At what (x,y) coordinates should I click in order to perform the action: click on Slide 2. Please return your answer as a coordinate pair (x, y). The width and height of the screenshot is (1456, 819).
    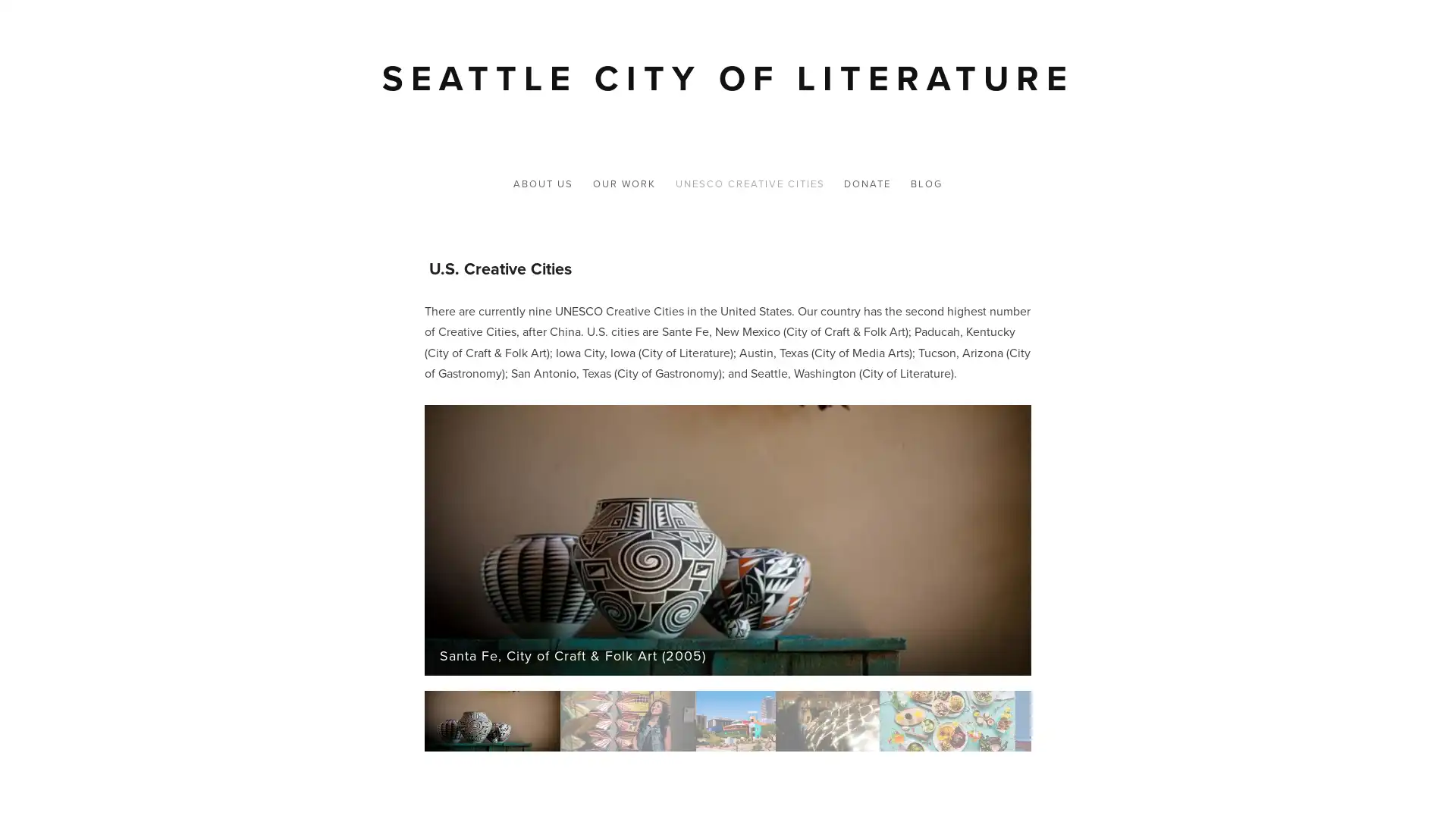
    Looking at the image, I should click on (620, 720).